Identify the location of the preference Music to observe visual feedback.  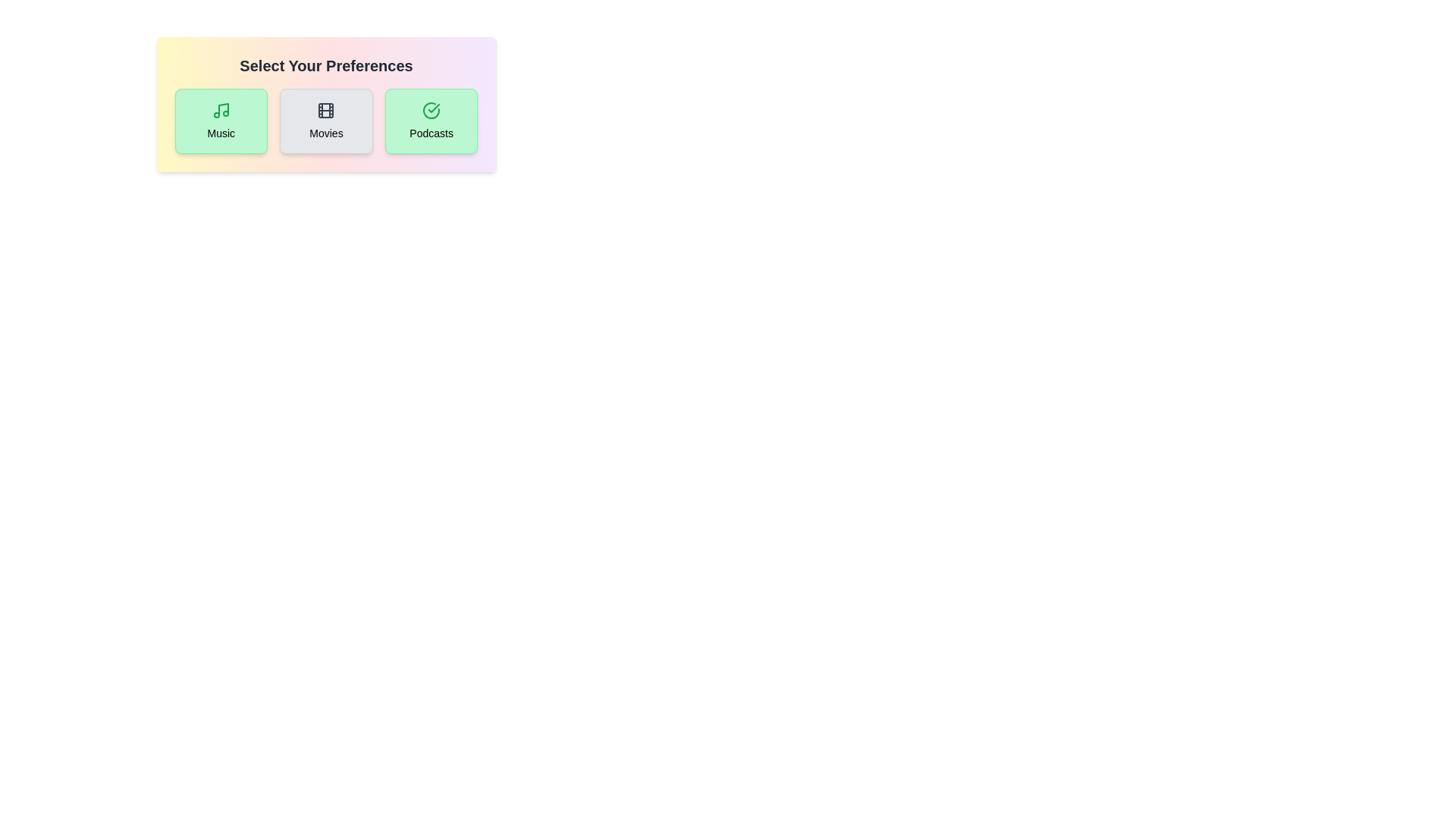
(220, 120).